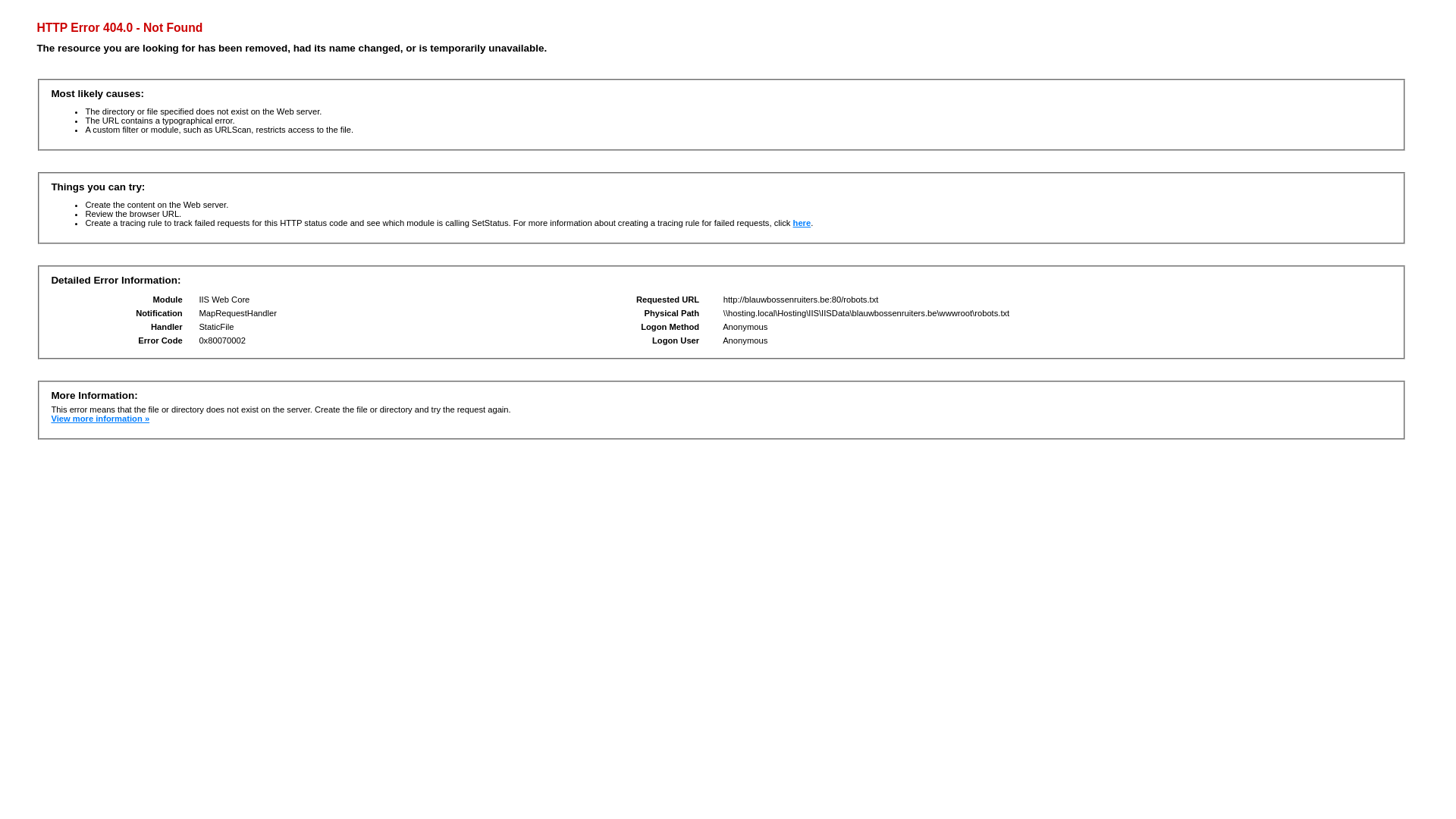 Image resolution: width=1456 pixels, height=819 pixels. Describe the element at coordinates (801, 222) in the screenshot. I see `'here'` at that location.